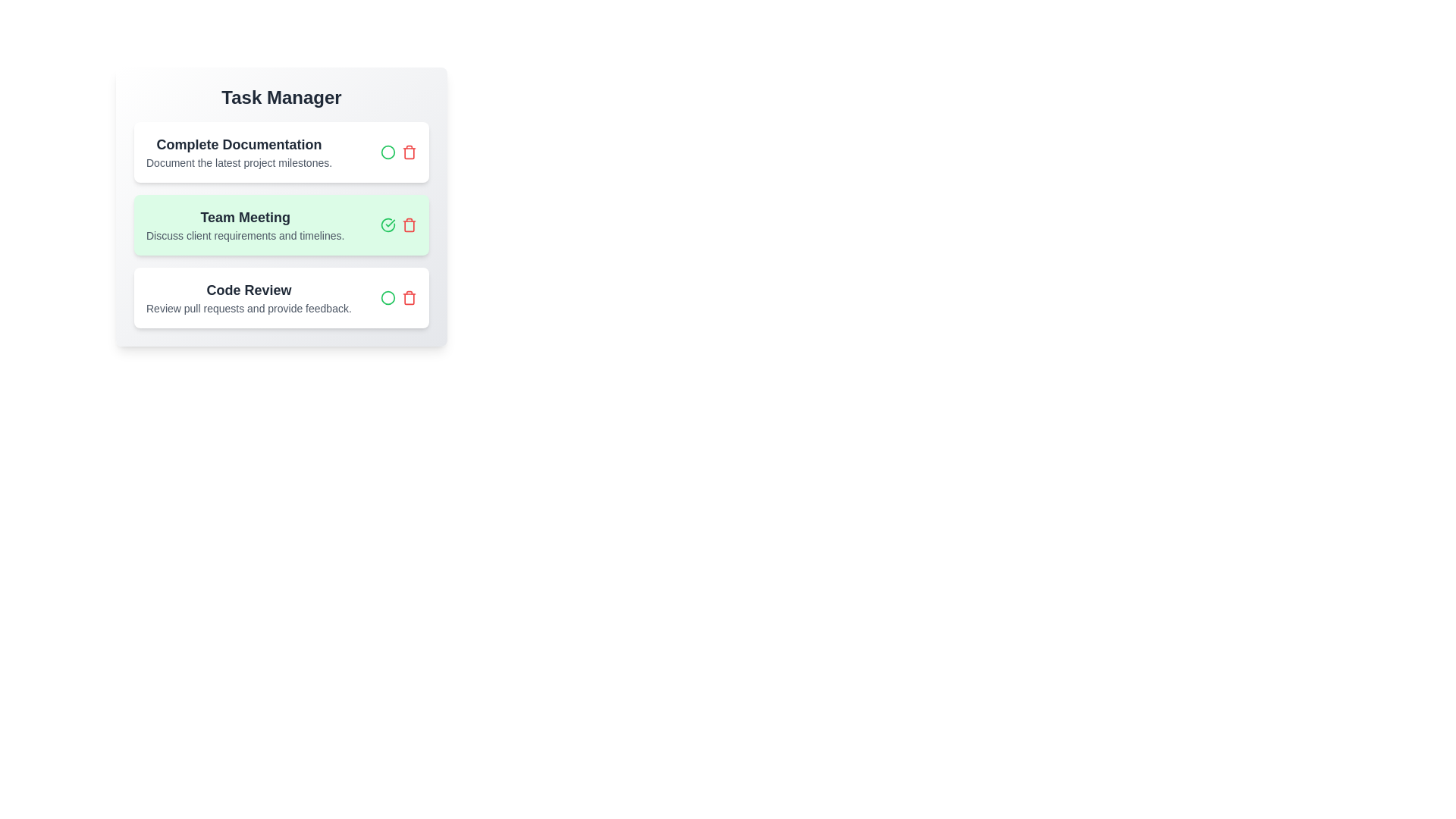 The width and height of the screenshot is (1456, 819). I want to click on the task titled 'Complete Documentation' by clicking its delete button, so click(409, 152).